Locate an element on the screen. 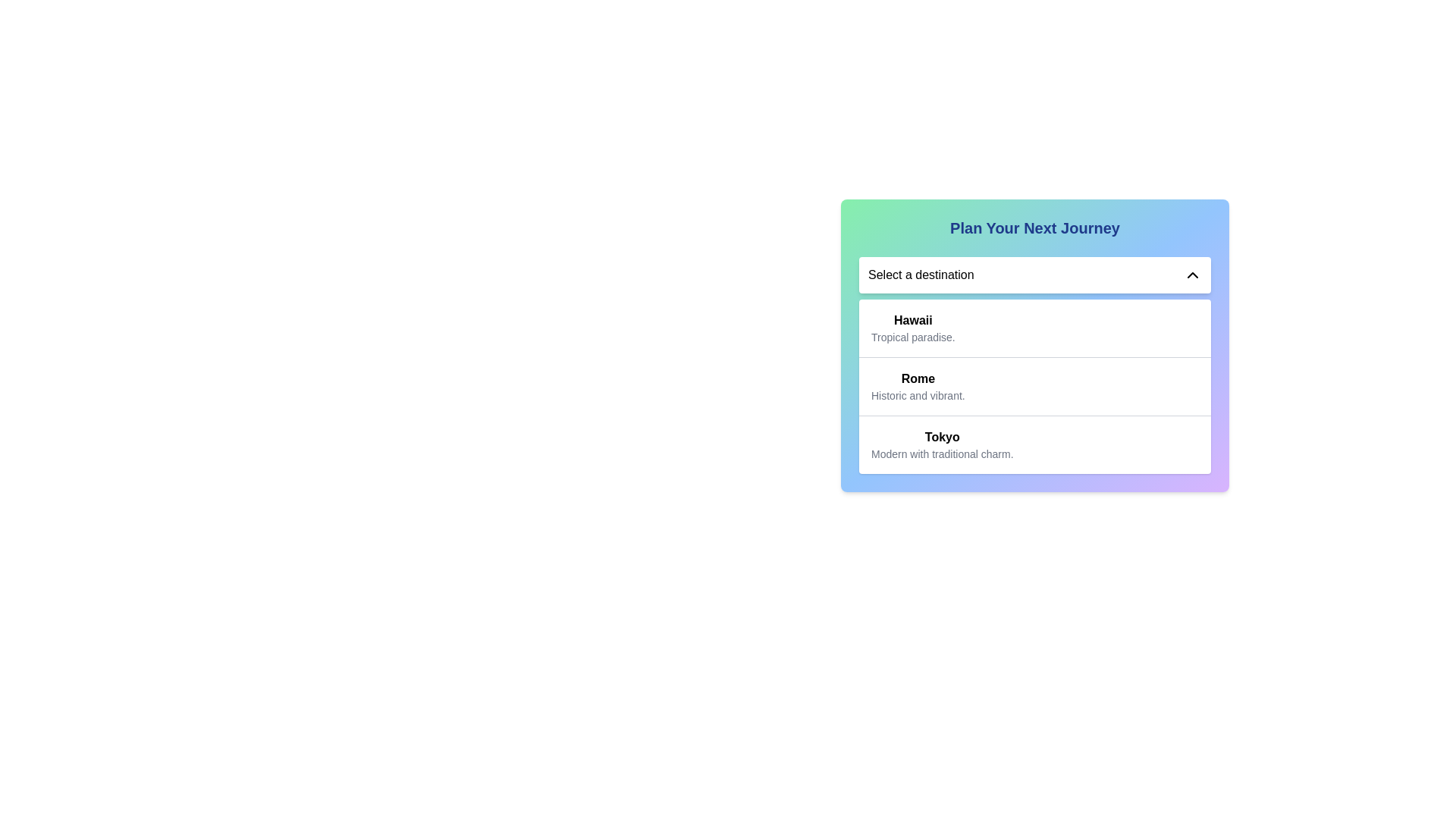  the textual display element showing 'Rome' with the description 'Historic and vibrant.' in the travel destination selection interface, which is the second item in a vertical list of three destinations is located at coordinates (917, 385).